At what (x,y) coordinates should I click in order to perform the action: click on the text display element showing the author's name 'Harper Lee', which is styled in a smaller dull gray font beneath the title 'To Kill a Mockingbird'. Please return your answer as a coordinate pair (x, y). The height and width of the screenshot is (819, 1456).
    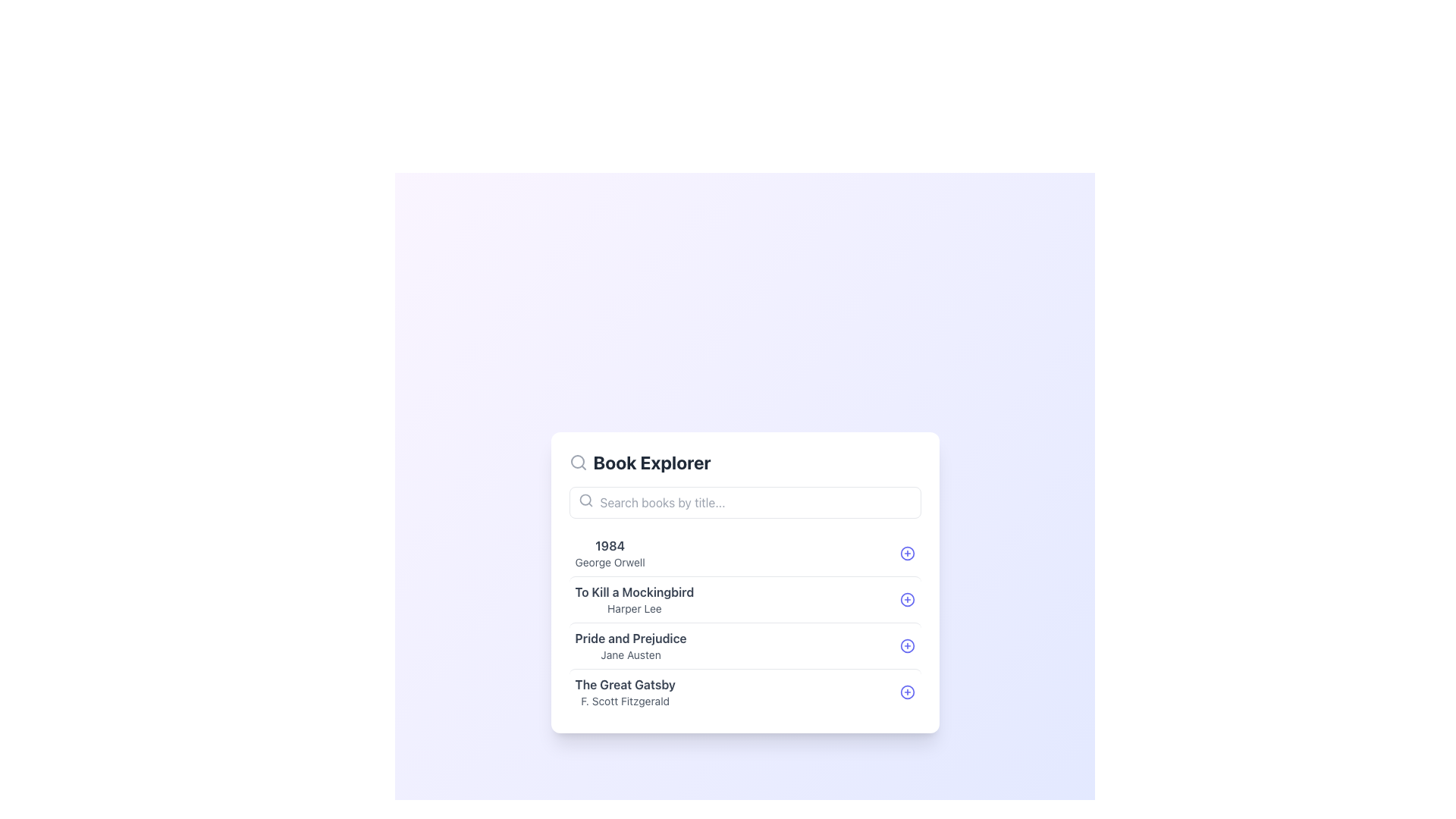
    Looking at the image, I should click on (634, 607).